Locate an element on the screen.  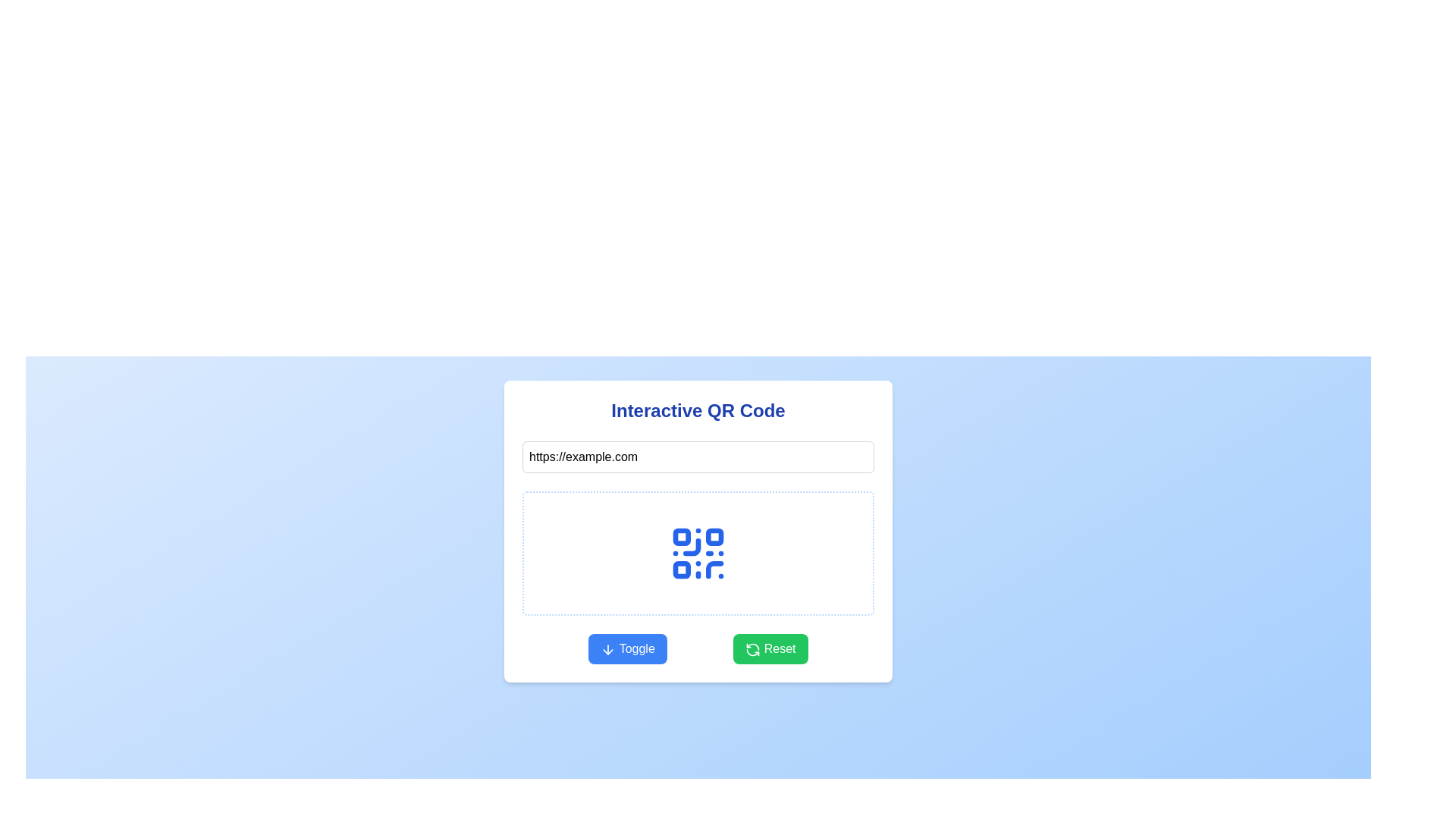
the second square from the top left in the QR code display, located at the top right of the group of squares is located at coordinates (714, 536).